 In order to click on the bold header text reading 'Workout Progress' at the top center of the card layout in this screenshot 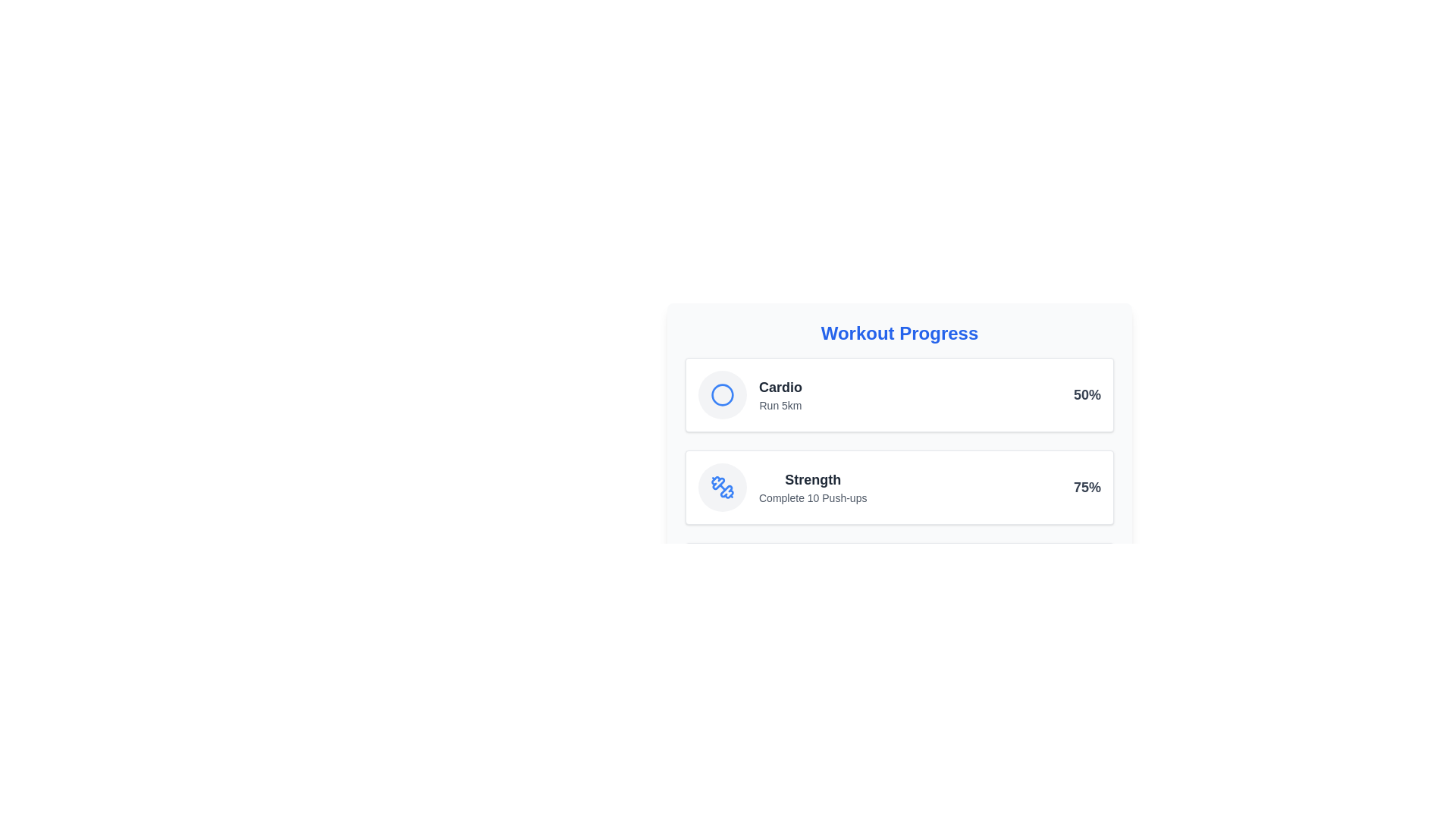, I will do `click(899, 332)`.